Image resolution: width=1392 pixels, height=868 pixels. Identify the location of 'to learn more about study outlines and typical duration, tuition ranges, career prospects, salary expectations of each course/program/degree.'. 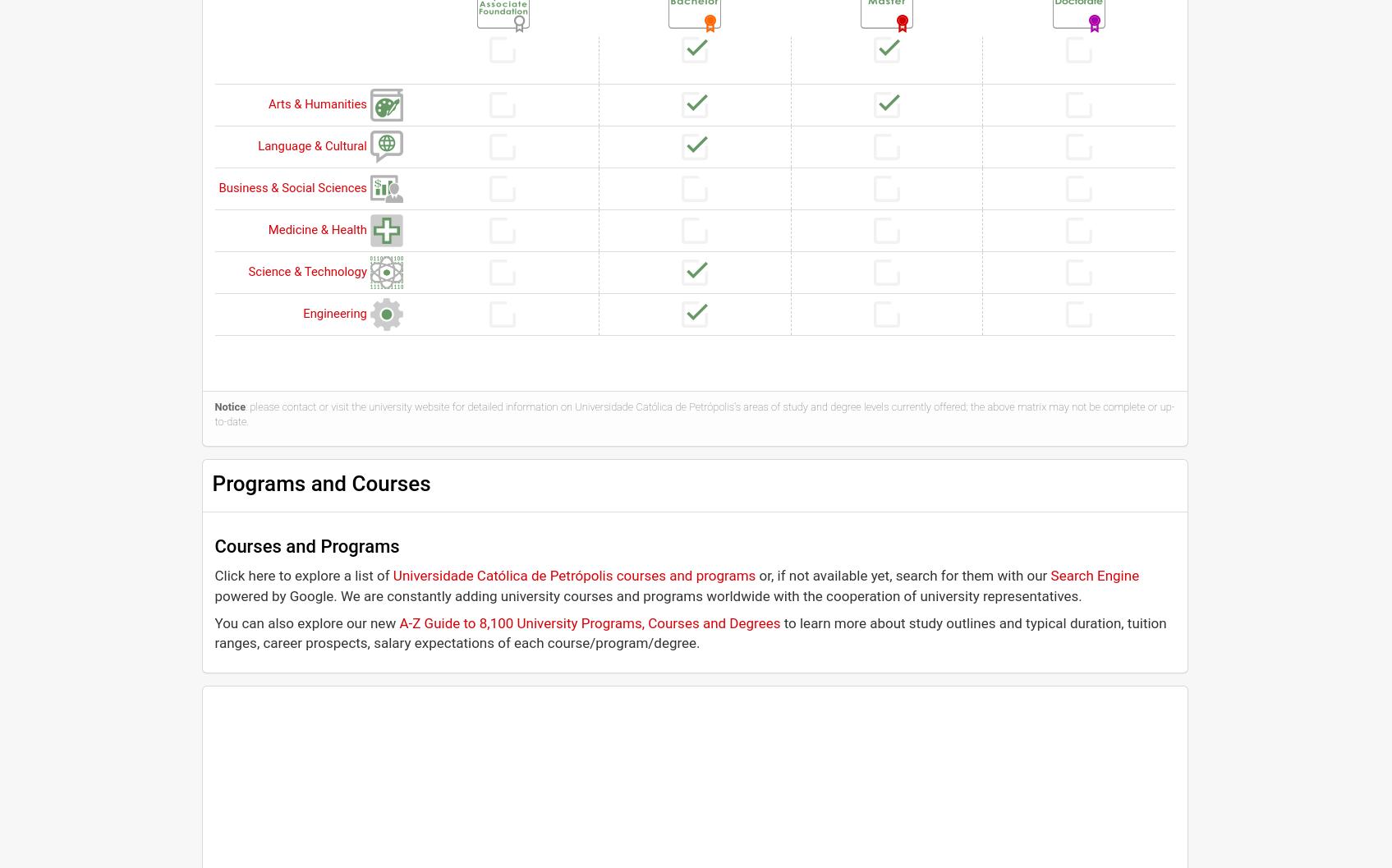
(214, 632).